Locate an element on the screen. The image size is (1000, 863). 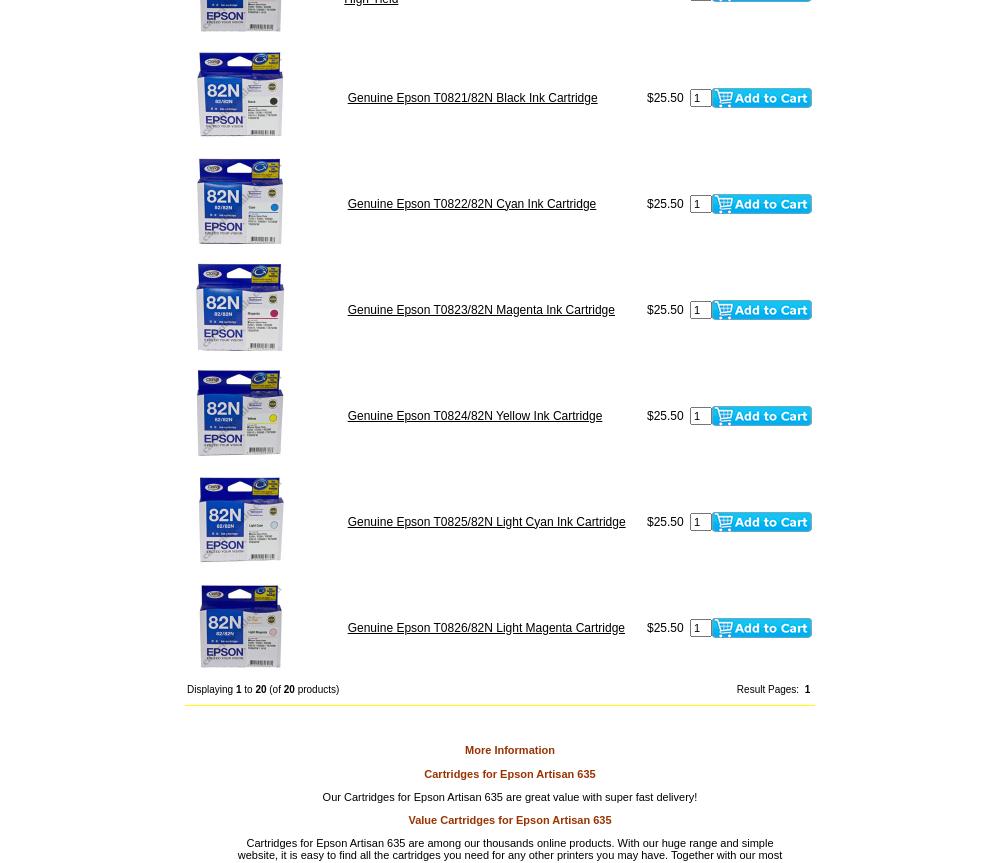
'Value Cartridges for Epson Artisan 635' is located at coordinates (509, 819).